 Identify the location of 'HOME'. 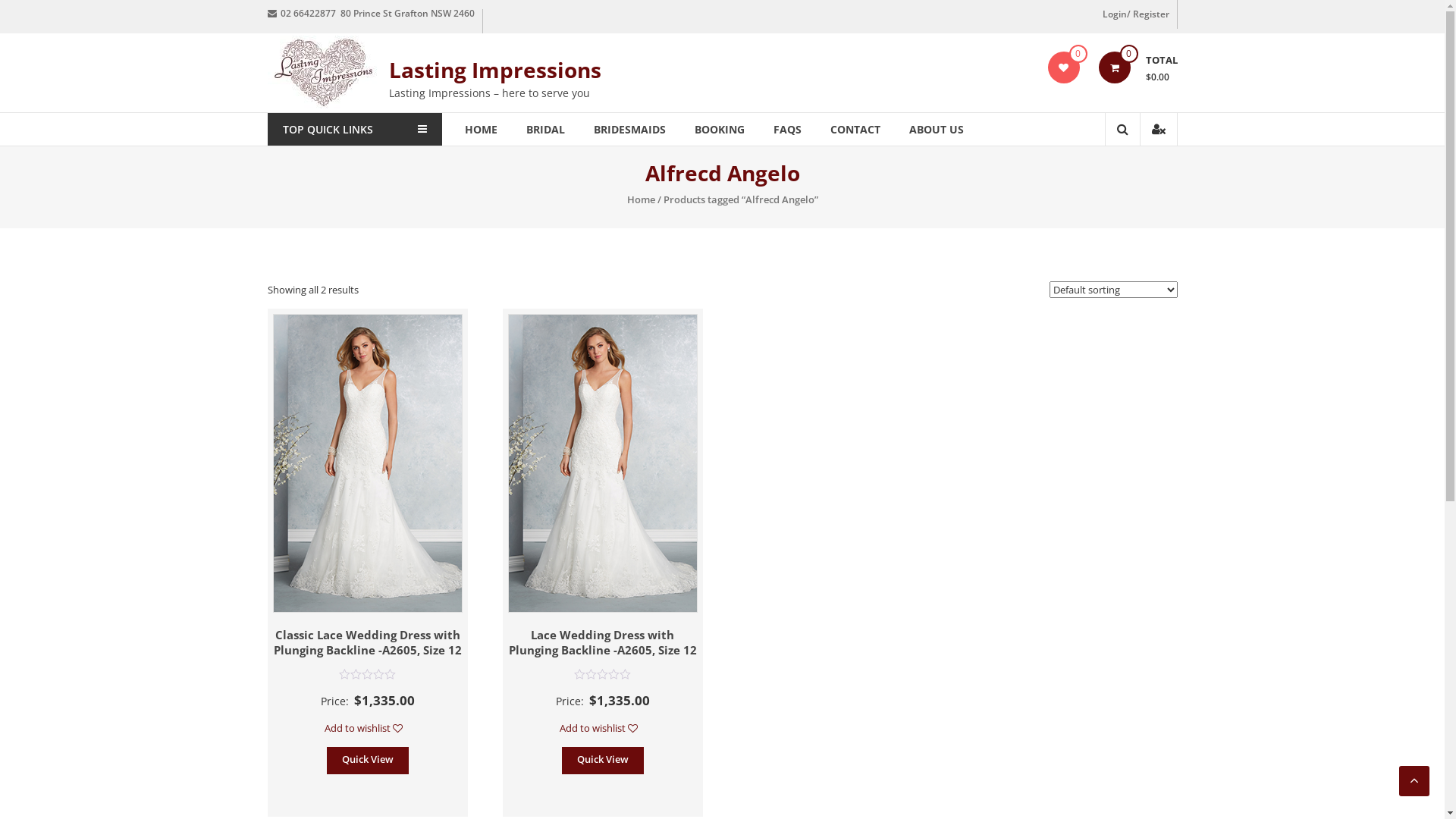
(479, 128).